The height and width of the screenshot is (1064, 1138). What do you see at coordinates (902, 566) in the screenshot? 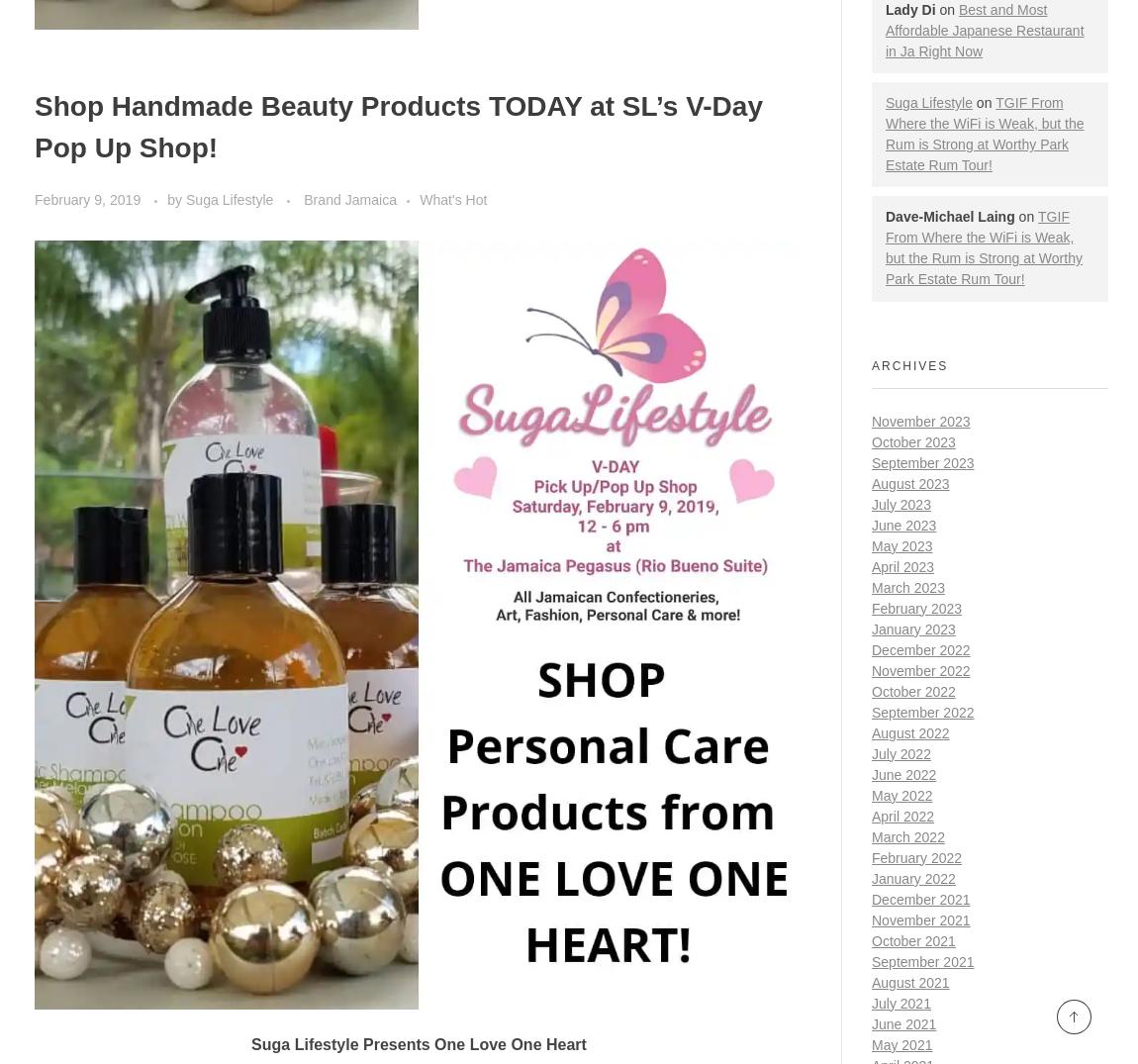
I see `'April 2023'` at bounding box center [902, 566].